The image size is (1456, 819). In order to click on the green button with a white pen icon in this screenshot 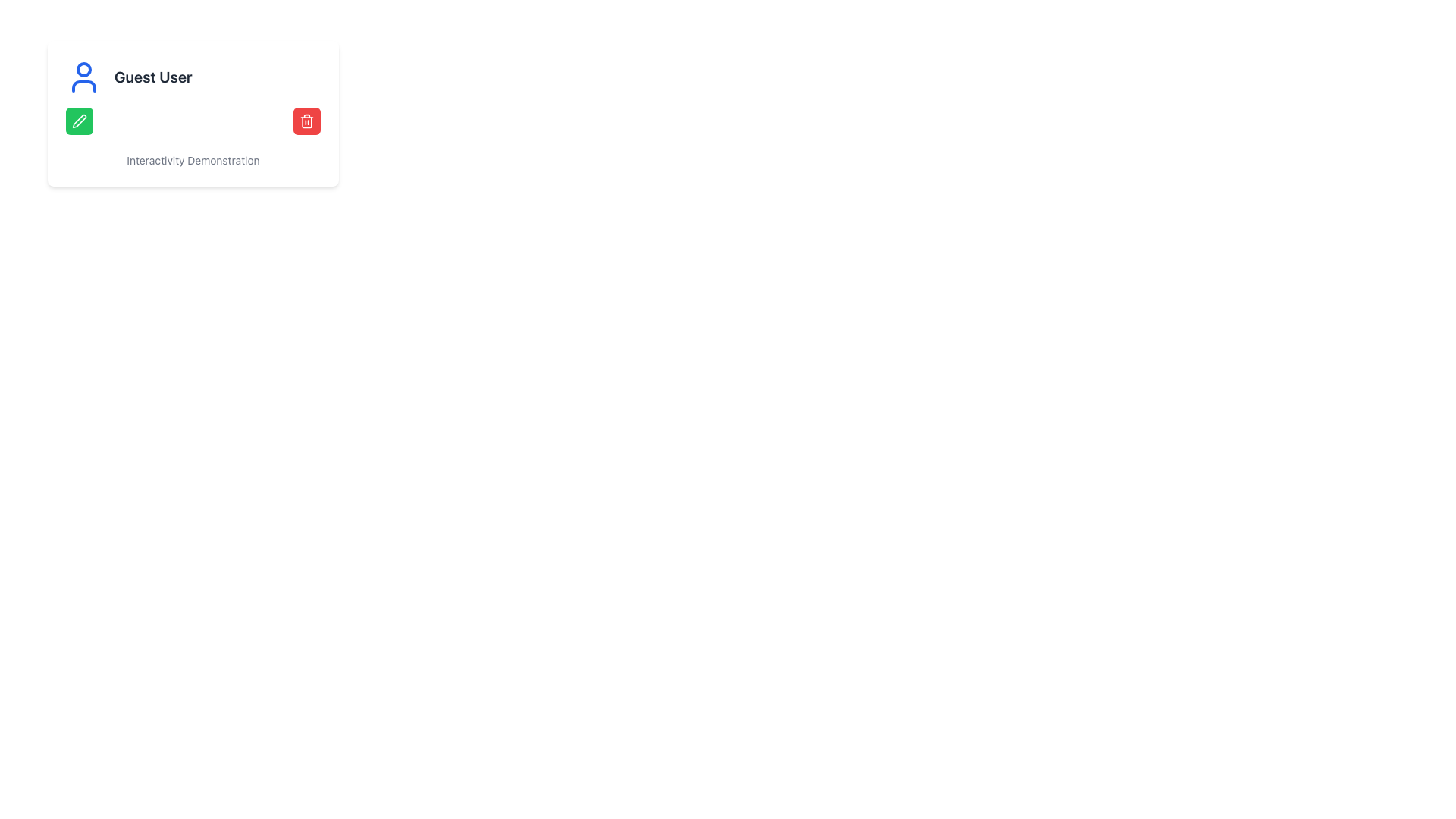, I will do `click(79, 120)`.